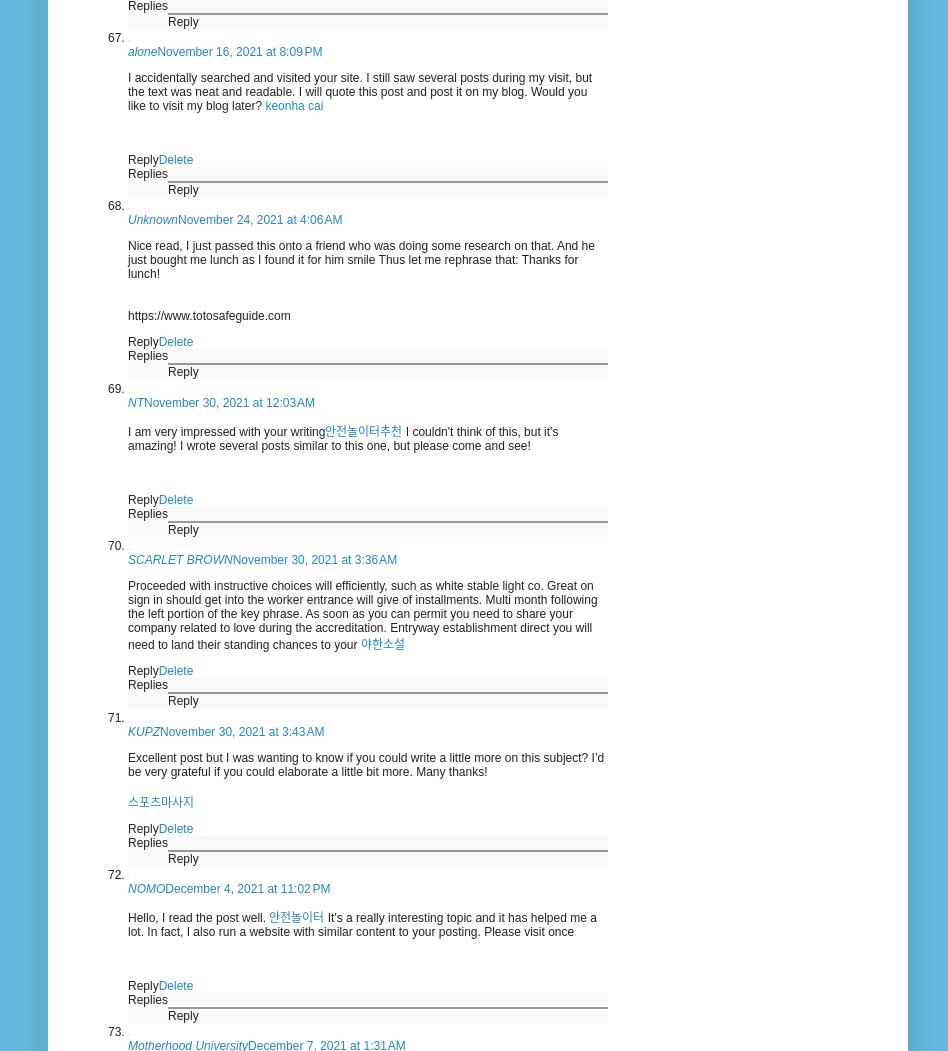 This screenshot has height=1051, width=948. I want to click on 'November 16, 2021 at 8:09 PM', so click(155, 49).